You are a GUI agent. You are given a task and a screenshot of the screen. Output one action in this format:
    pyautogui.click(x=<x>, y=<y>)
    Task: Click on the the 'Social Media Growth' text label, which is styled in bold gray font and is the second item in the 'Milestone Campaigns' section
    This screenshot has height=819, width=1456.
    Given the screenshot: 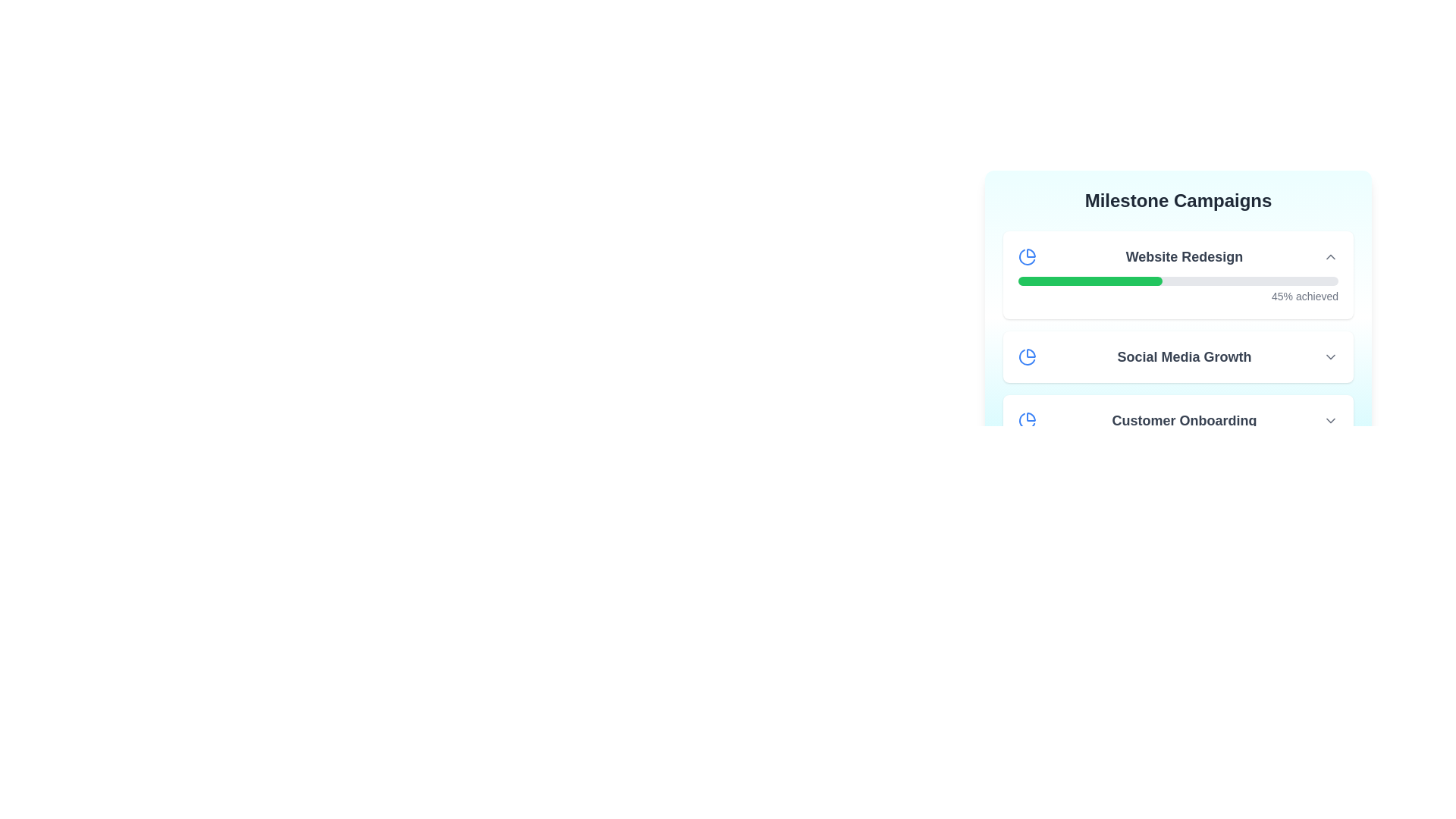 What is the action you would take?
    pyautogui.click(x=1183, y=356)
    